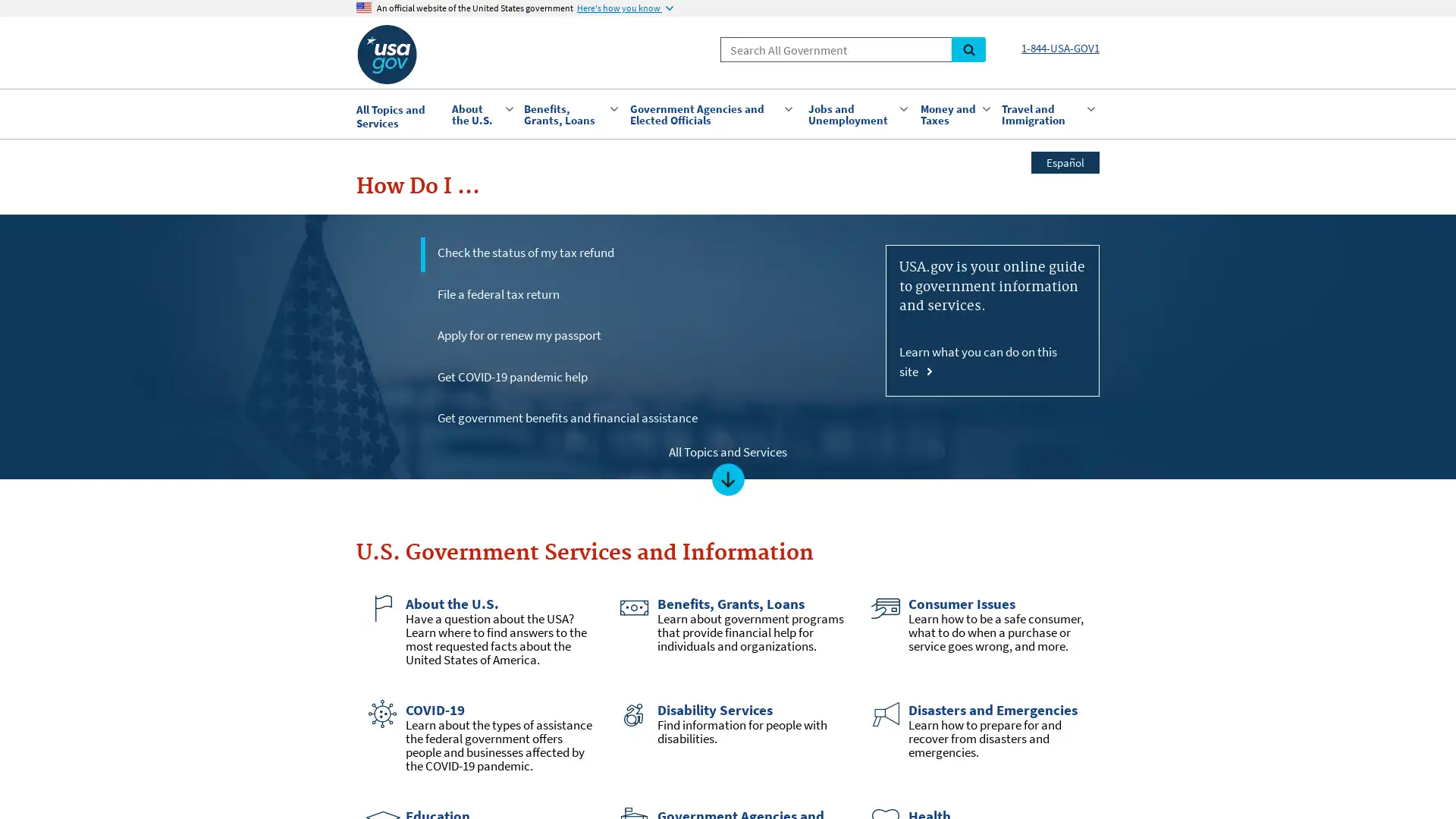  What do you see at coordinates (479, 113) in the screenshot?
I see `About the U.S.` at bounding box center [479, 113].